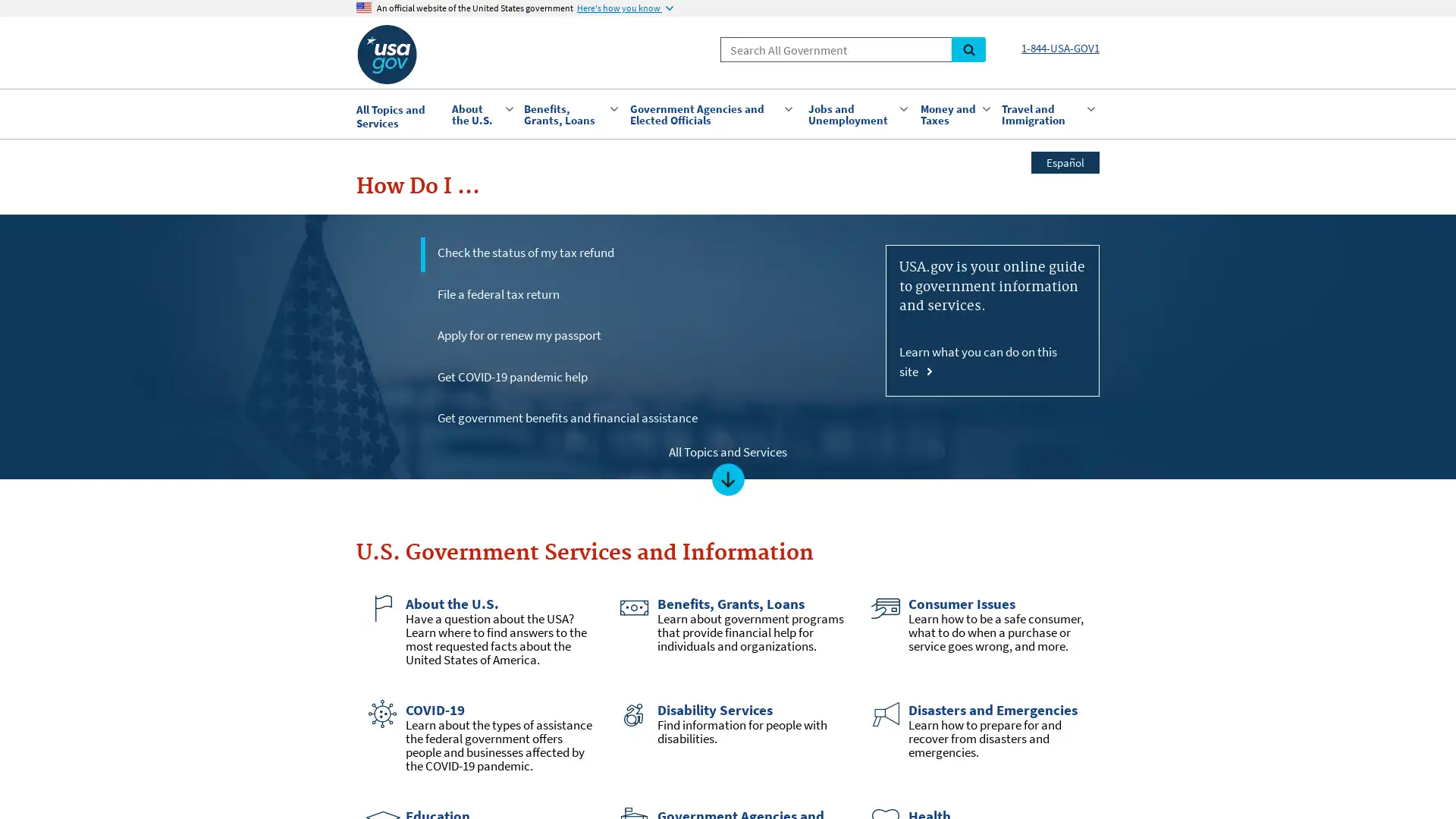  What do you see at coordinates (479, 113) in the screenshot?
I see `About the U.S.` at bounding box center [479, 113].